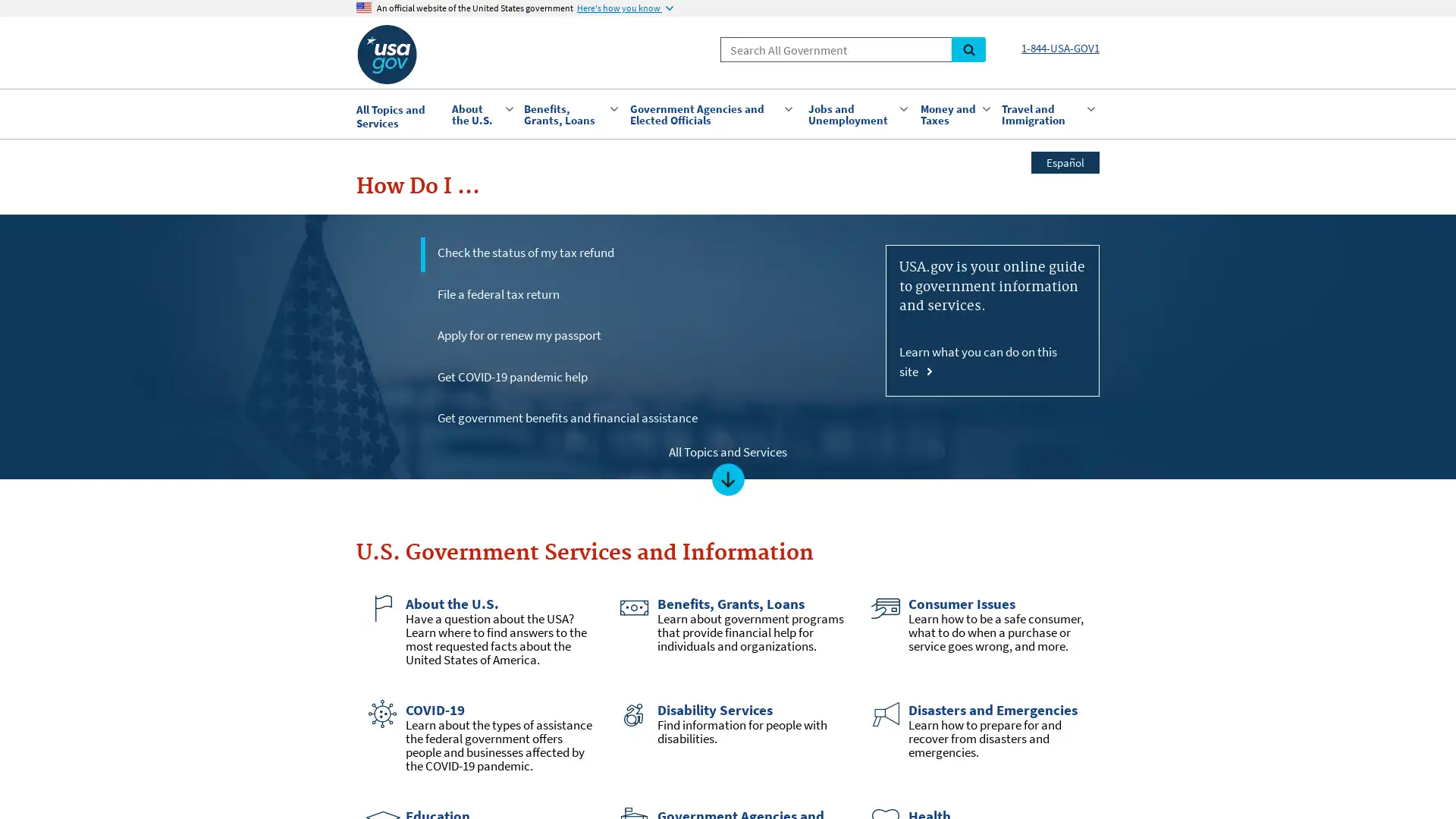  What do you see at coordinates (479, 113) in the screenshot?
I see `About the U.S.` at bounding box center [479, 113].